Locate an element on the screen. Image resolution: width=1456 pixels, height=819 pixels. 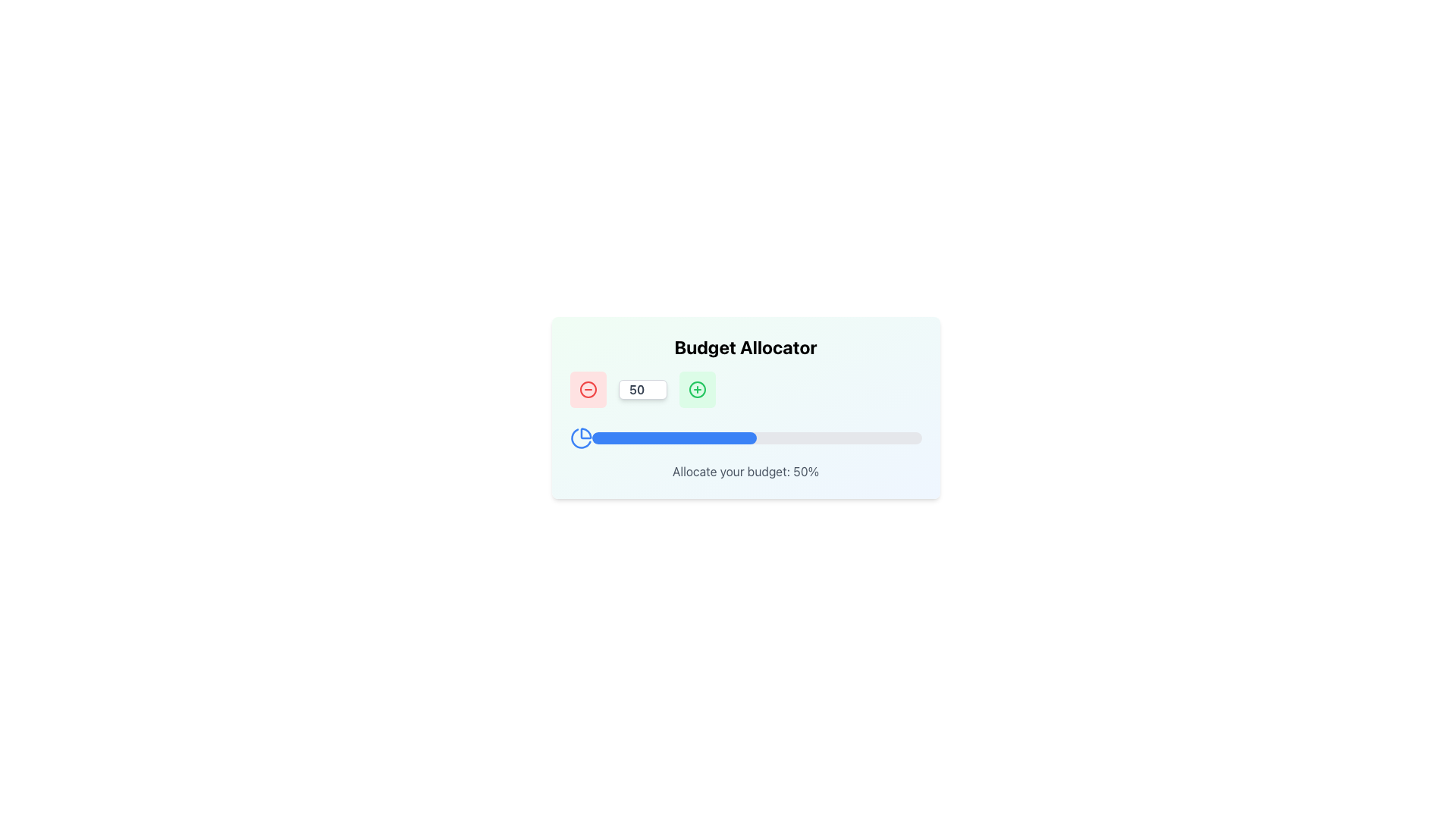
the pie chart icon with a blue outline, which is located before the progress bar in the interface is located at coordinates (580, 438).